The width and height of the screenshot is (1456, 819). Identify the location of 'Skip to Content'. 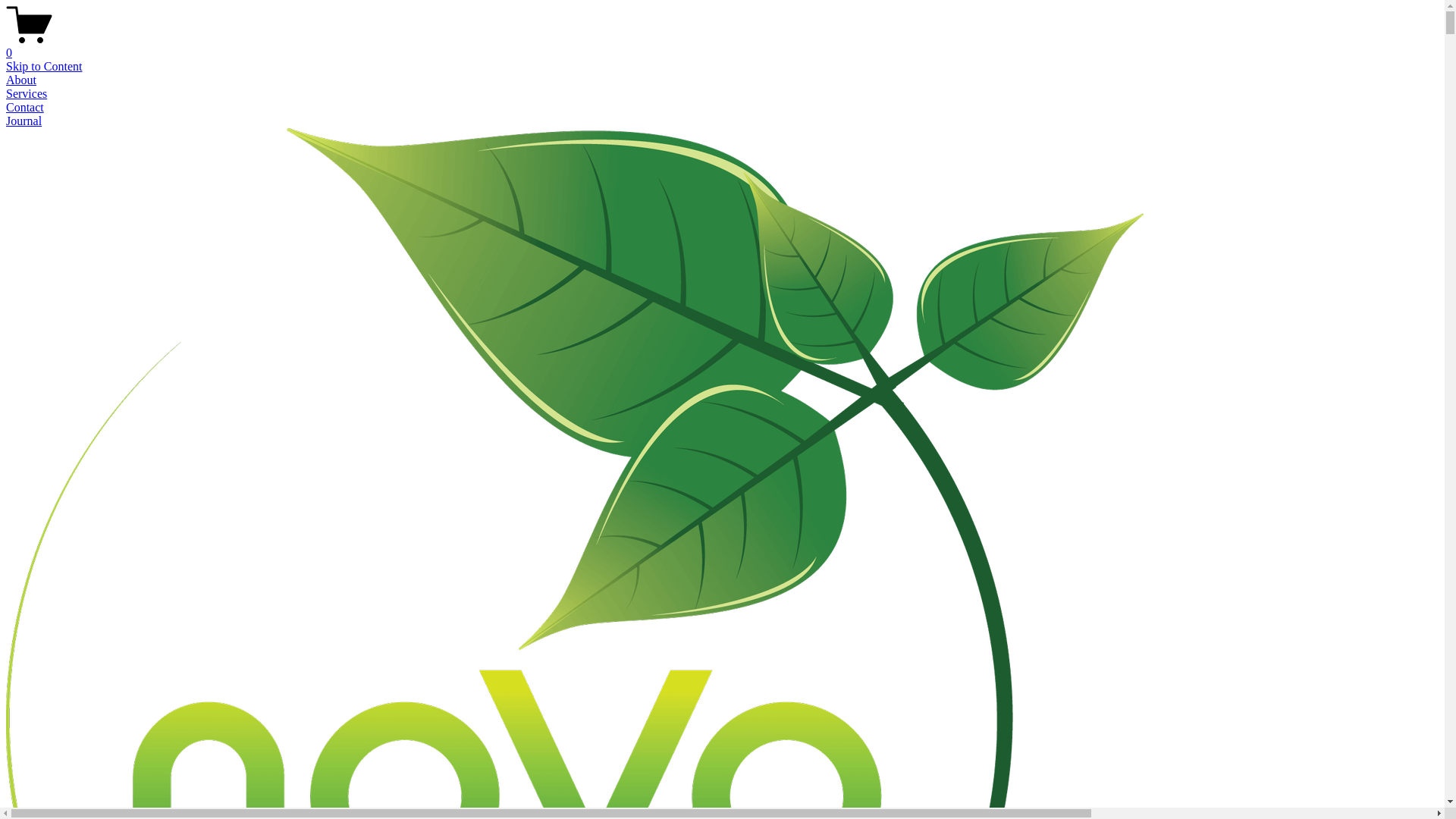
(43, 65).